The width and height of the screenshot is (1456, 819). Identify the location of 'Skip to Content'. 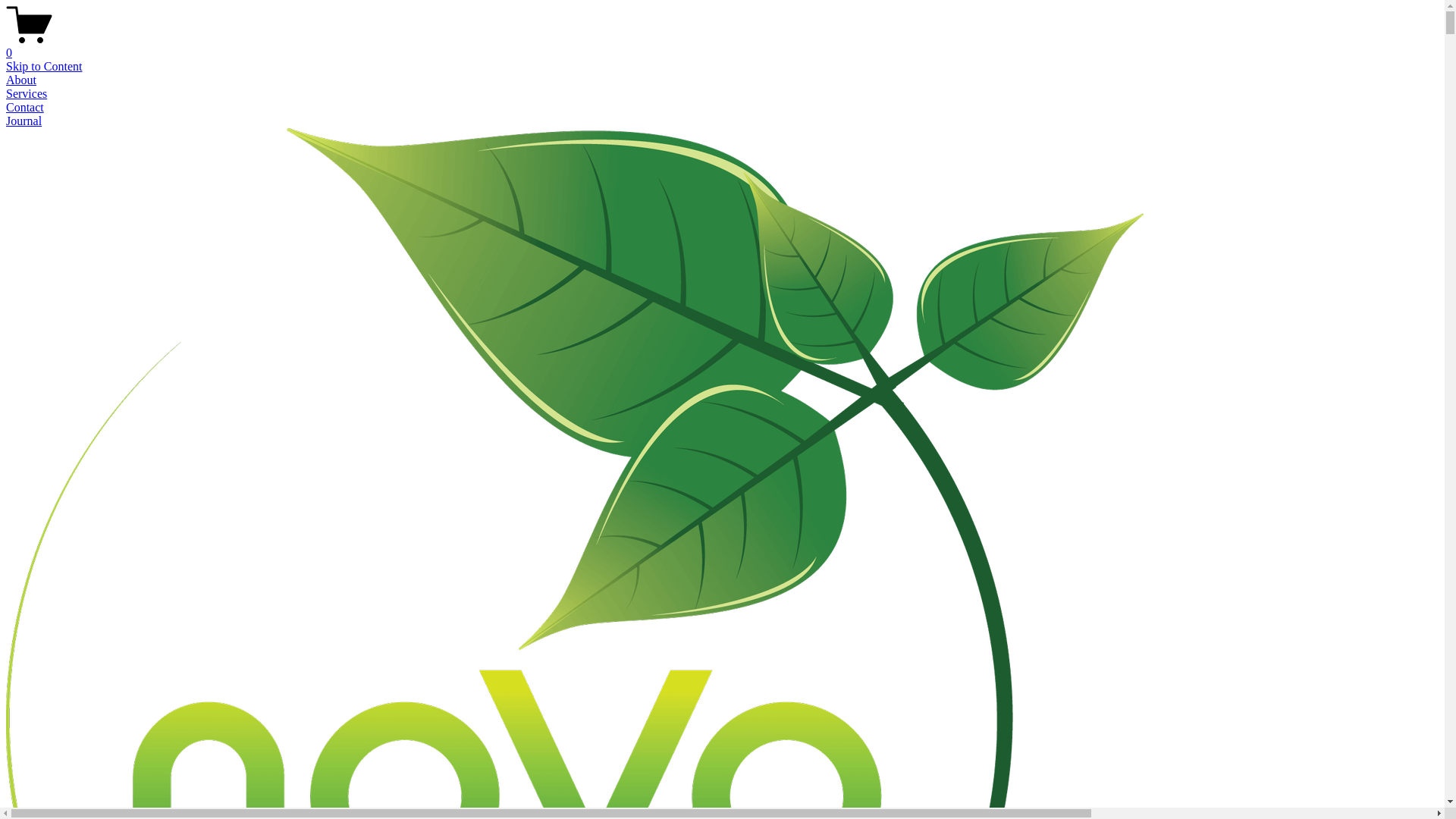
(43, 65).